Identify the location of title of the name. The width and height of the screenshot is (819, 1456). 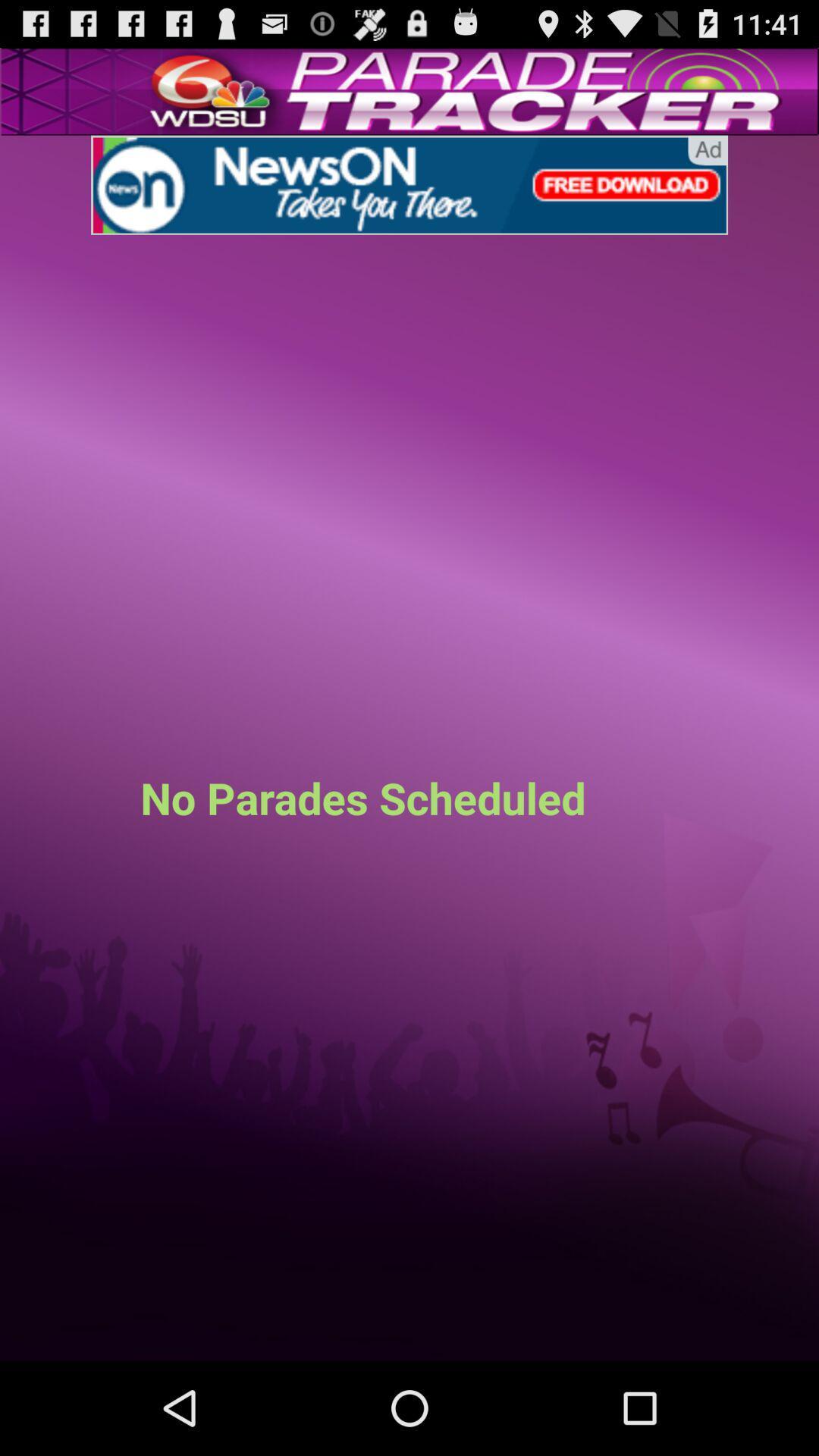
(409, 184).